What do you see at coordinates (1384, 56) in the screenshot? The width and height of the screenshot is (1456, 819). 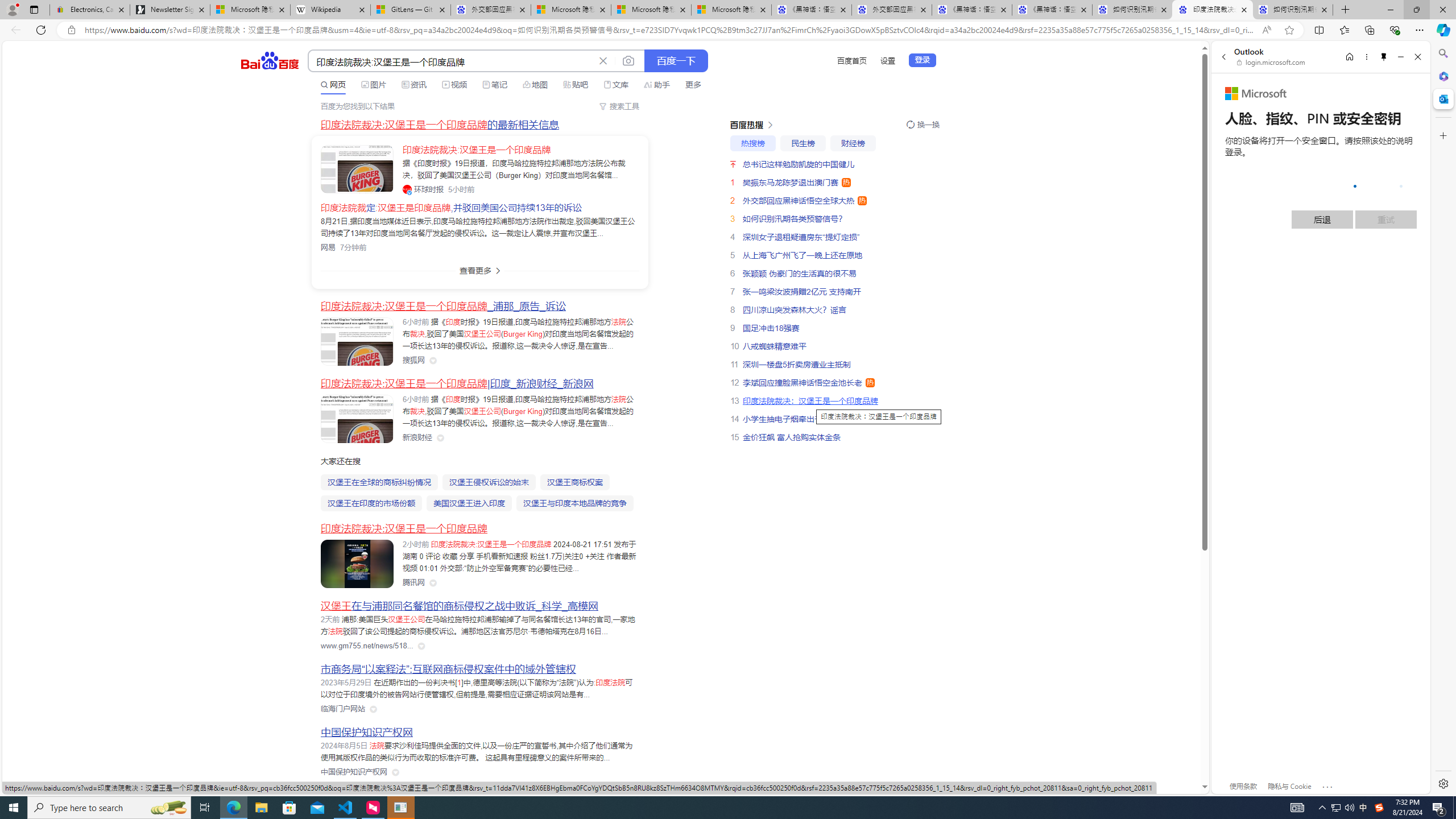 I see `'Unpin side pane'` at bounding box center [1384, 56].